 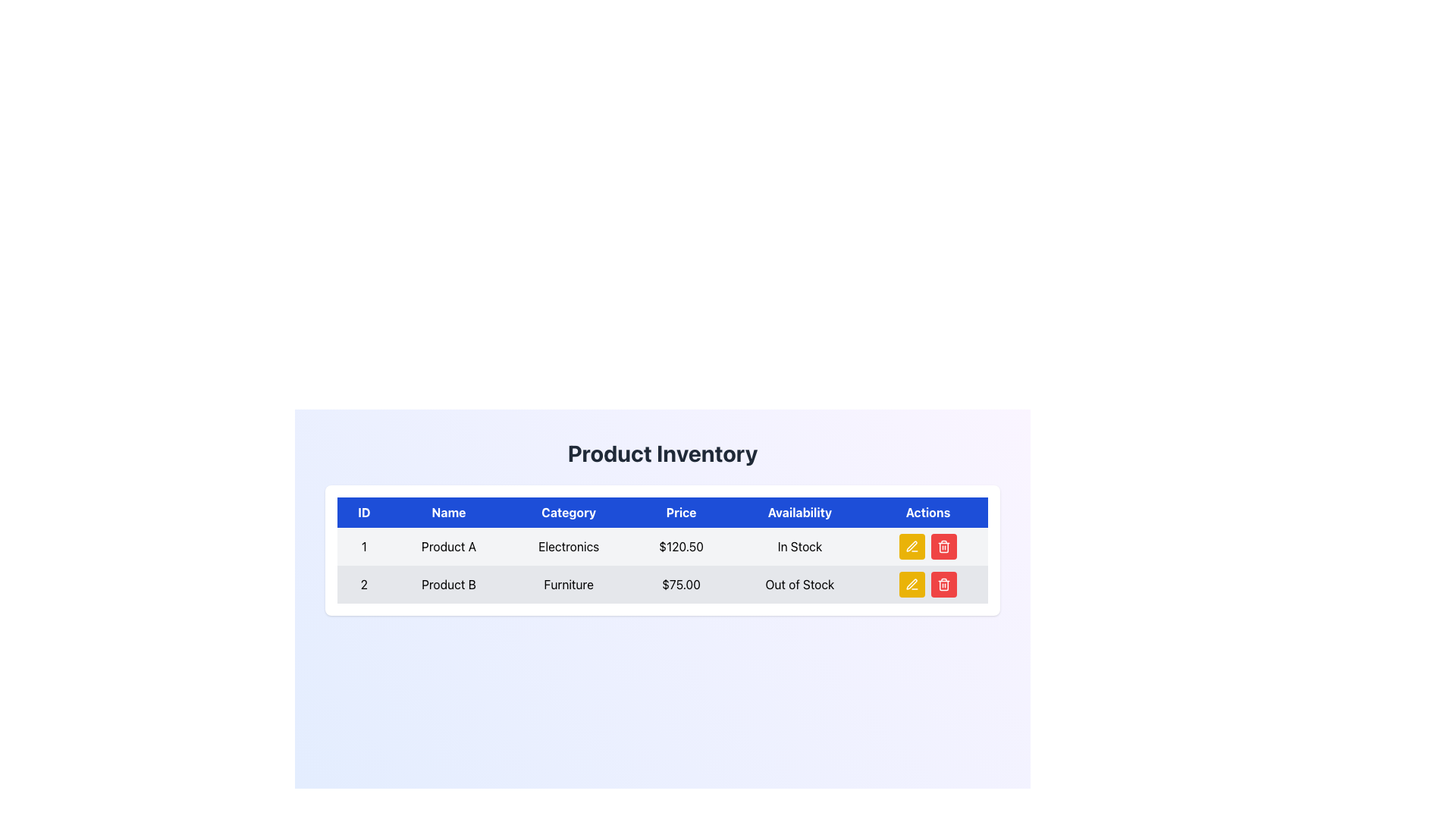 I want to click on the static text label displaying the price of the first product in the inventory table, located between the 'Electronics' category and 'In Stock' availability, so click(x=680, y=547).